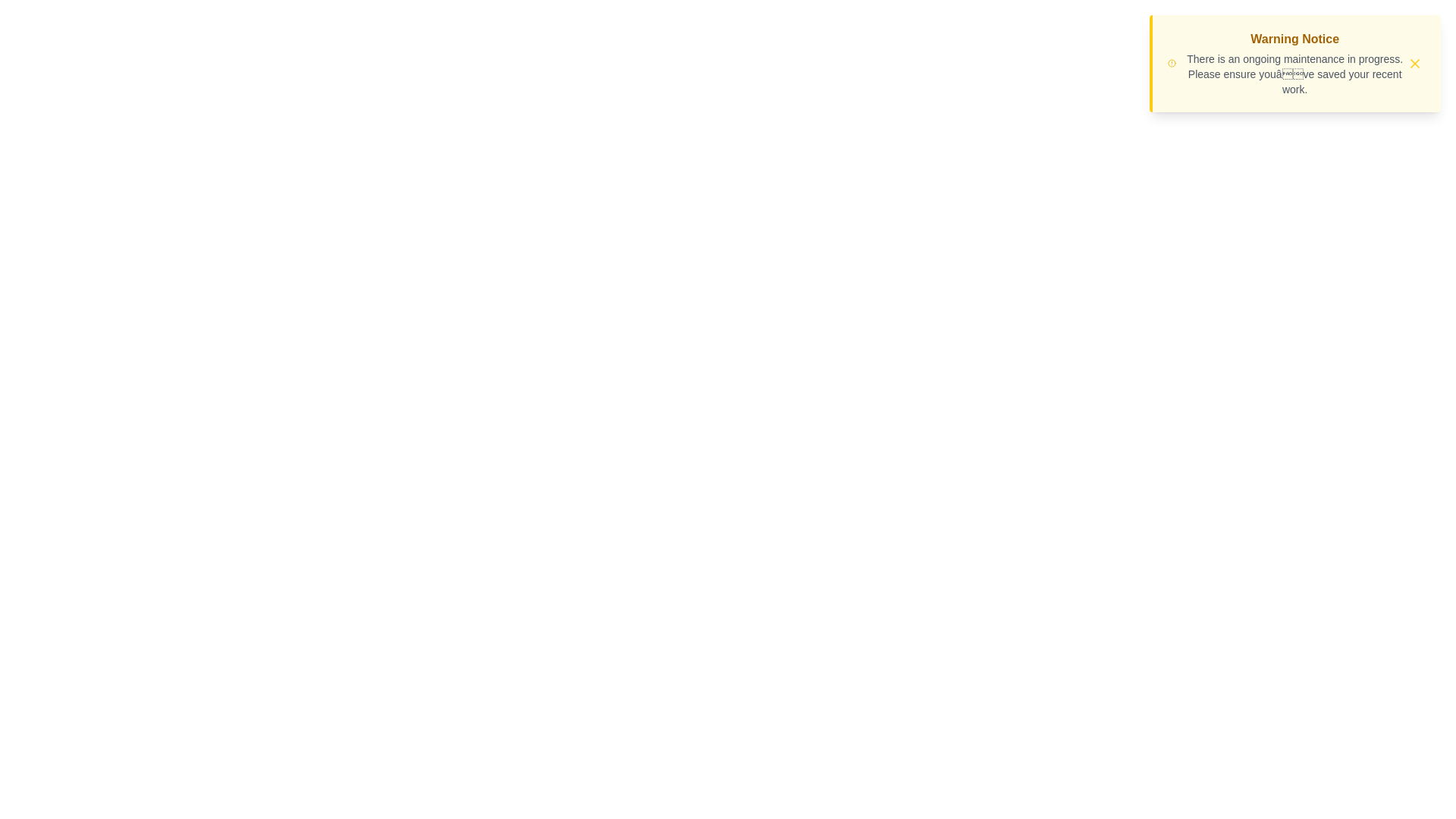  I want to click on the close button of the alert to dismiss it, so click(1414, 63).